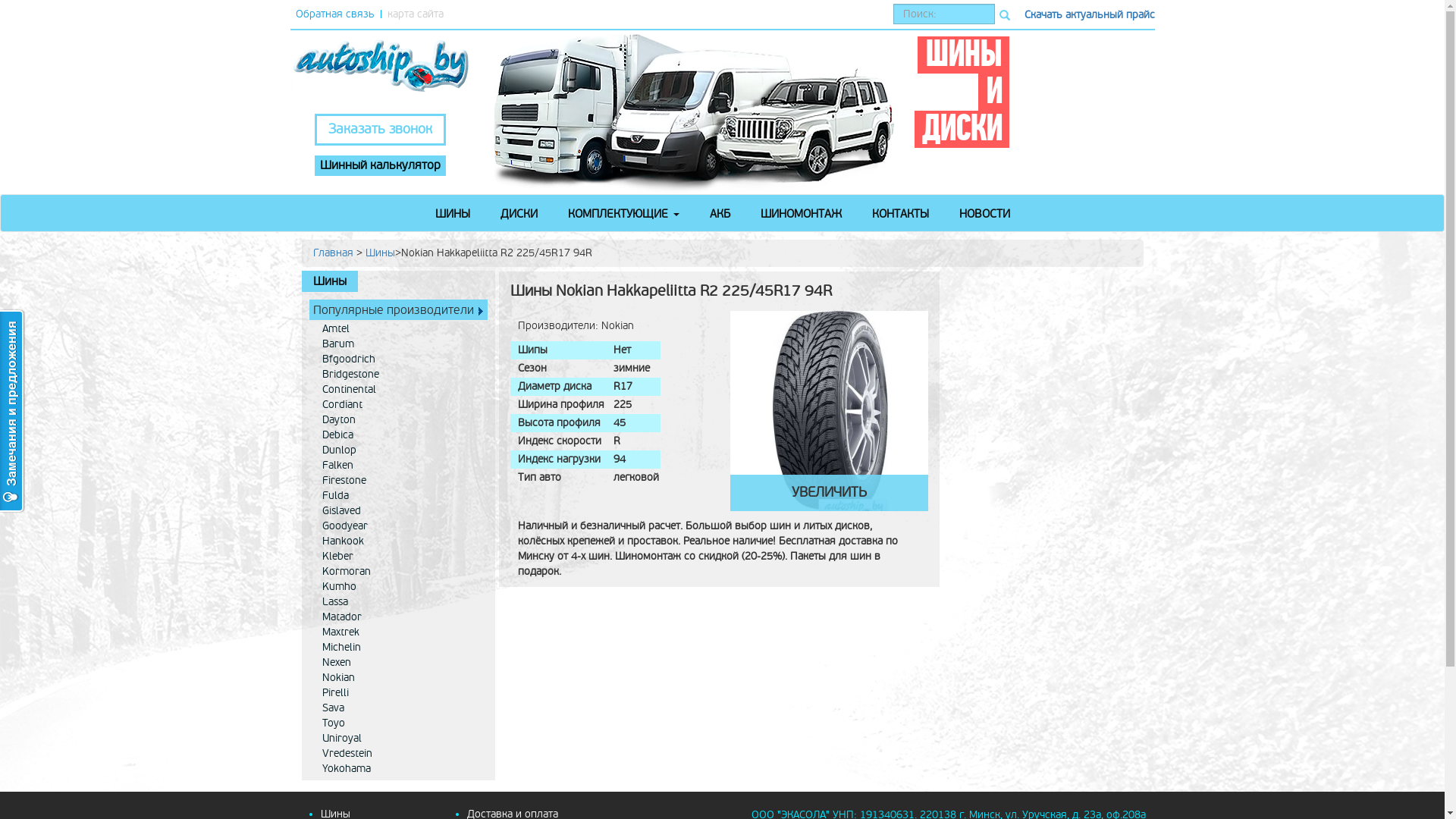 This screenshot has width=1456, height=819. What do you see at coordinates (312, 540) in the screenshot?
I see `'Hankook'` at bounding box center [312, 540].